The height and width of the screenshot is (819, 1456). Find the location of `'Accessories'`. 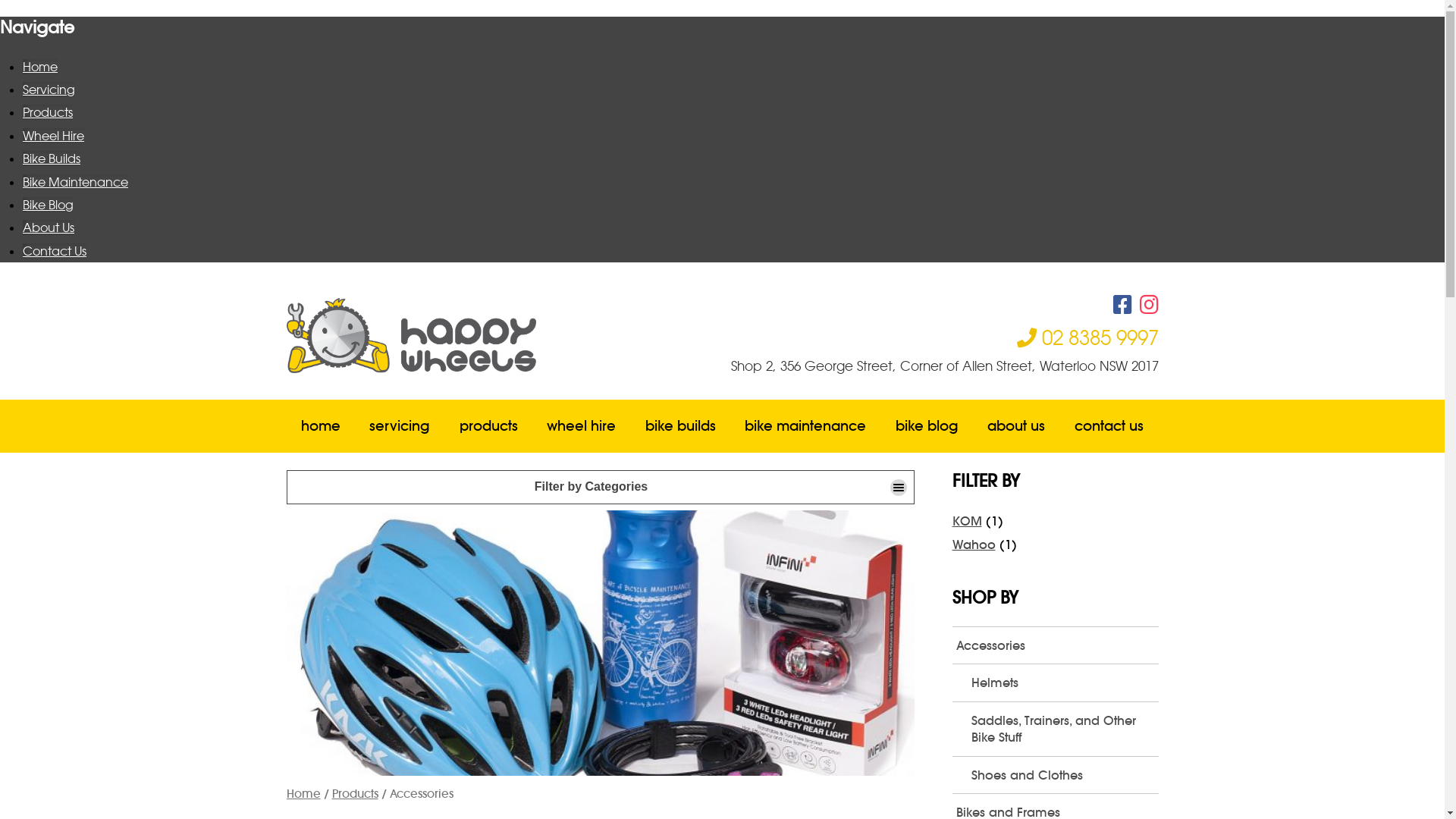

'Accessories' is located at coordinates (1055, 645).